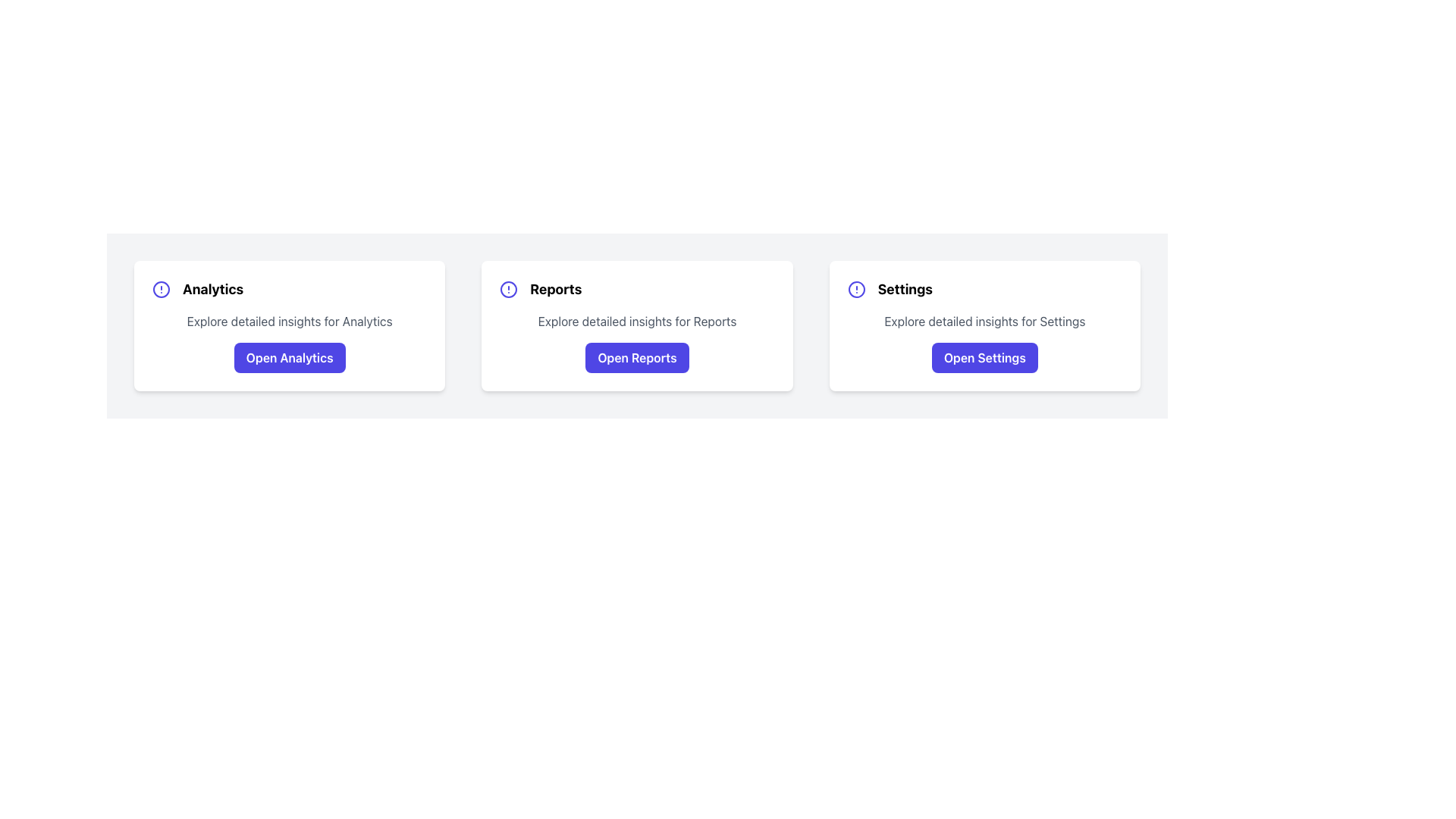 The width and height of the screenshot is (1456, 819). What do you see at coordinates (637, 357) in the screenshot?
I see `the centrally located button in the 'Reports' card` at bounding box center [637, 357].